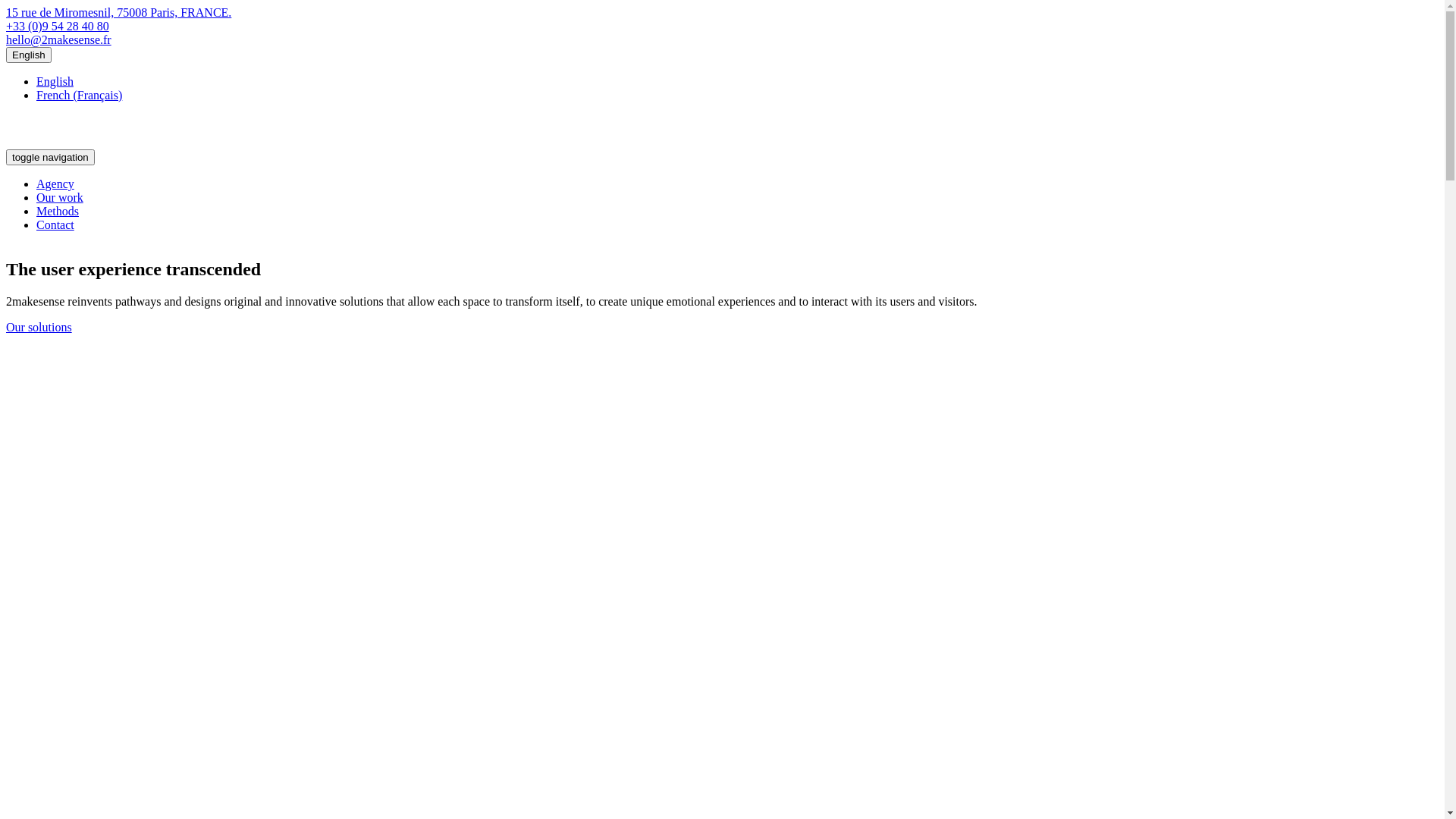 Image resolution: width=1456 pixels, height=819 pixels. Describe the element at coordinates (58, 26) in the screenshot. I see `'+33 (0)9 54 28 40 80'` at that location.